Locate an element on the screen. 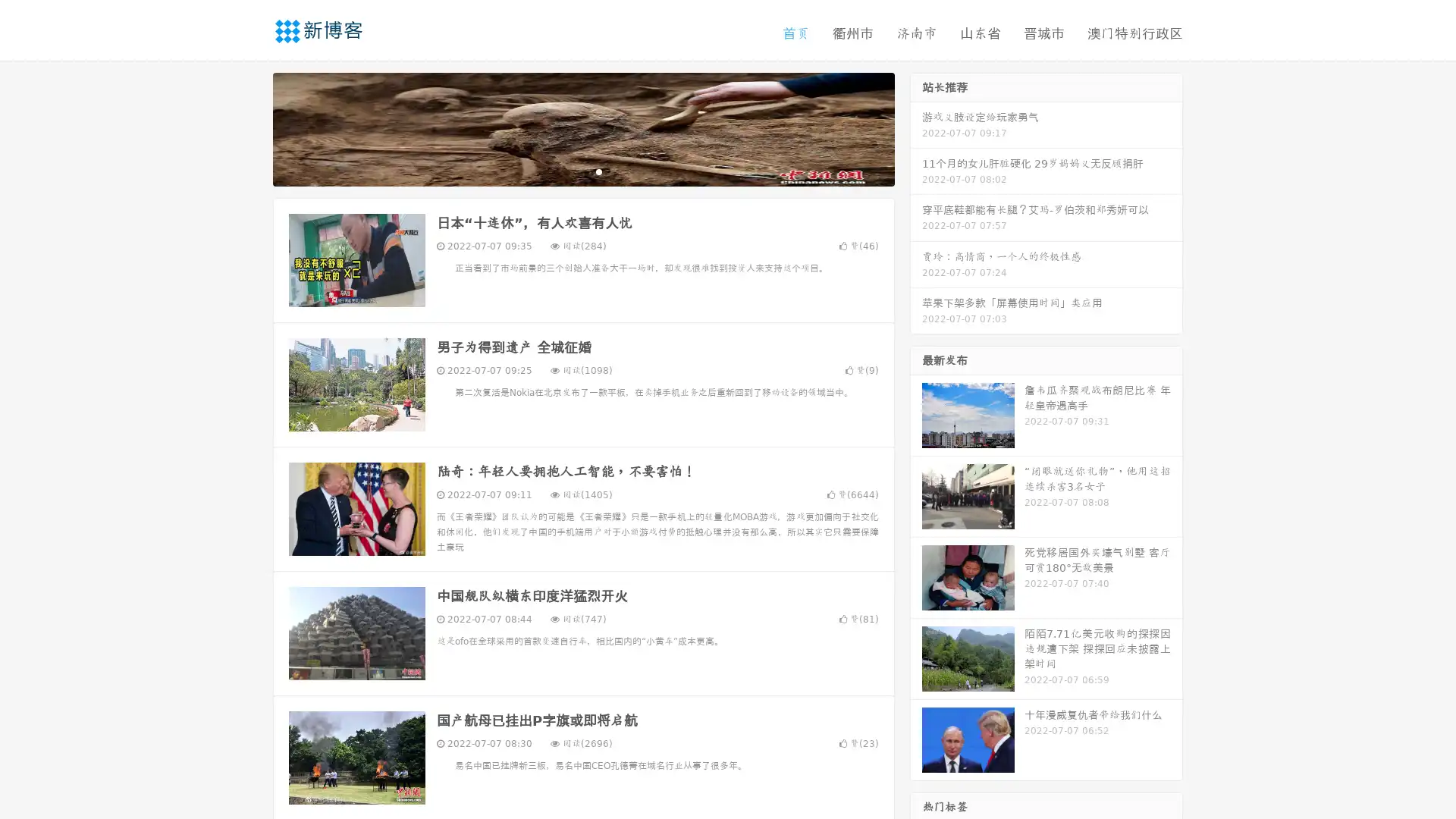 The height and width of the screenshot is (819, 1456). Go to slide 2 is located at coordinates (582, 171).